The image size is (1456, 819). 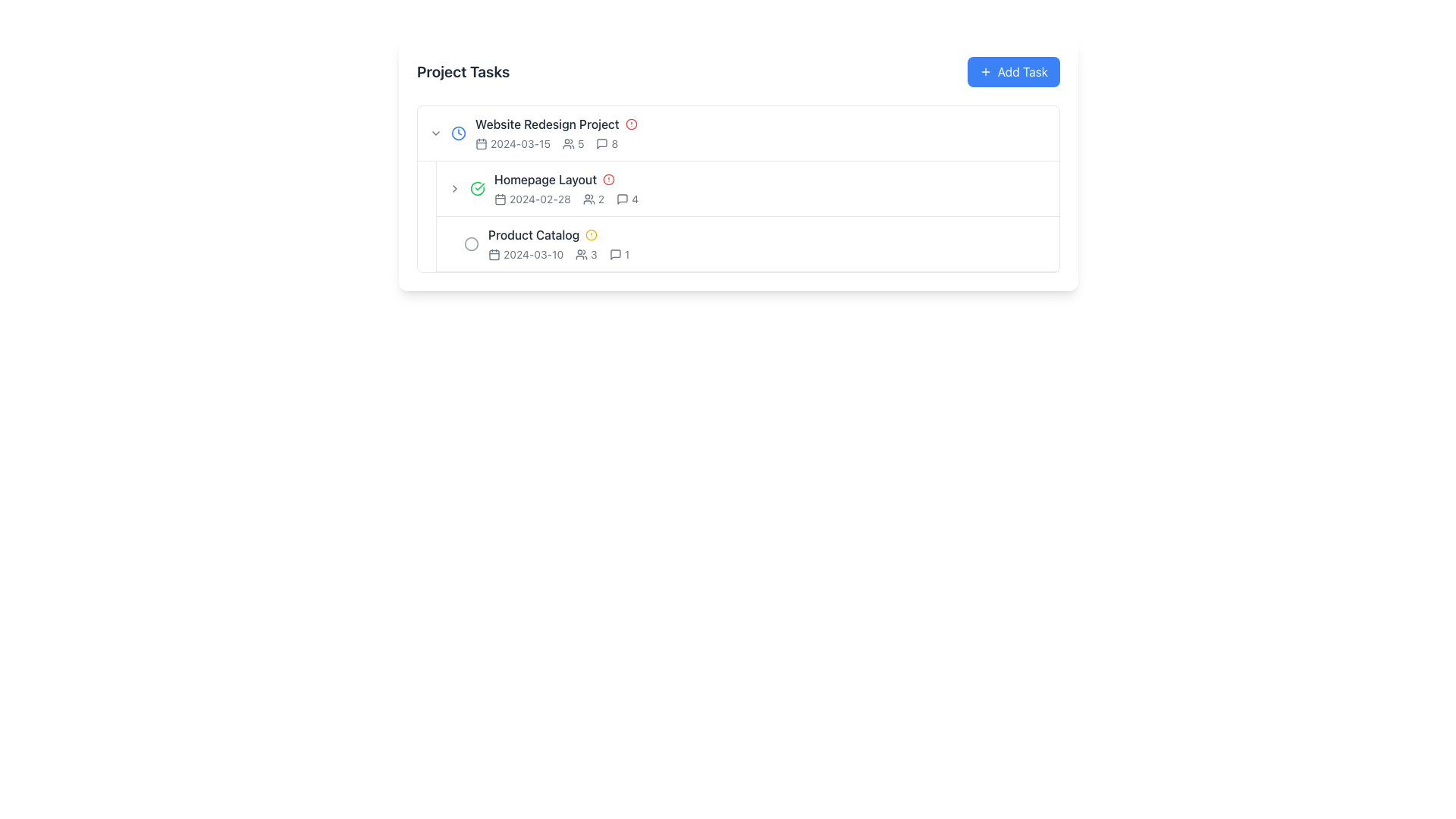 I want to click on the comments icon located to the left of the number '8' in the 'Website Redesign Project' task list, so click(x=601, y=143).